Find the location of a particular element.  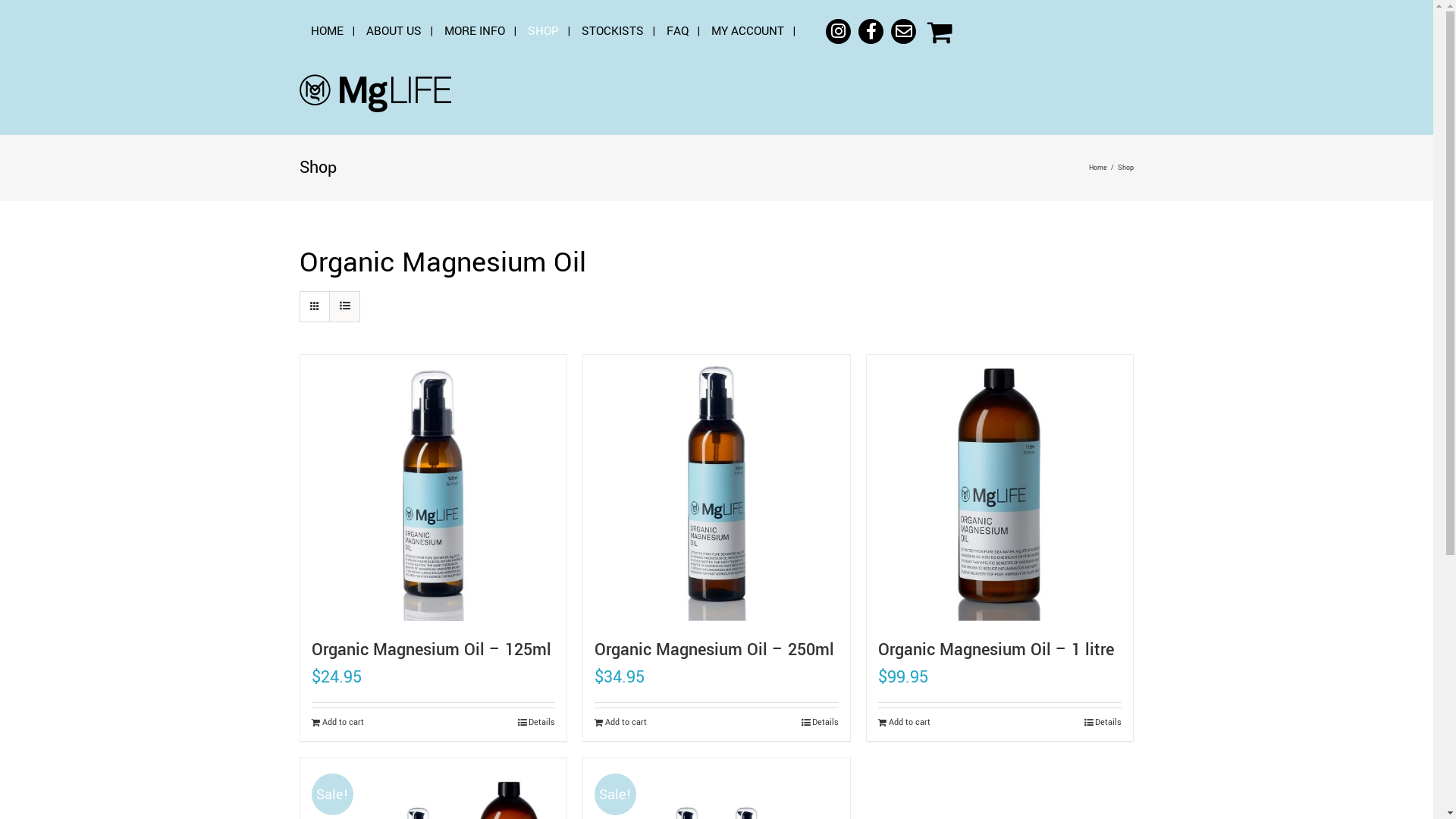

'MORE INFO' is located at coordinates (473, 31).